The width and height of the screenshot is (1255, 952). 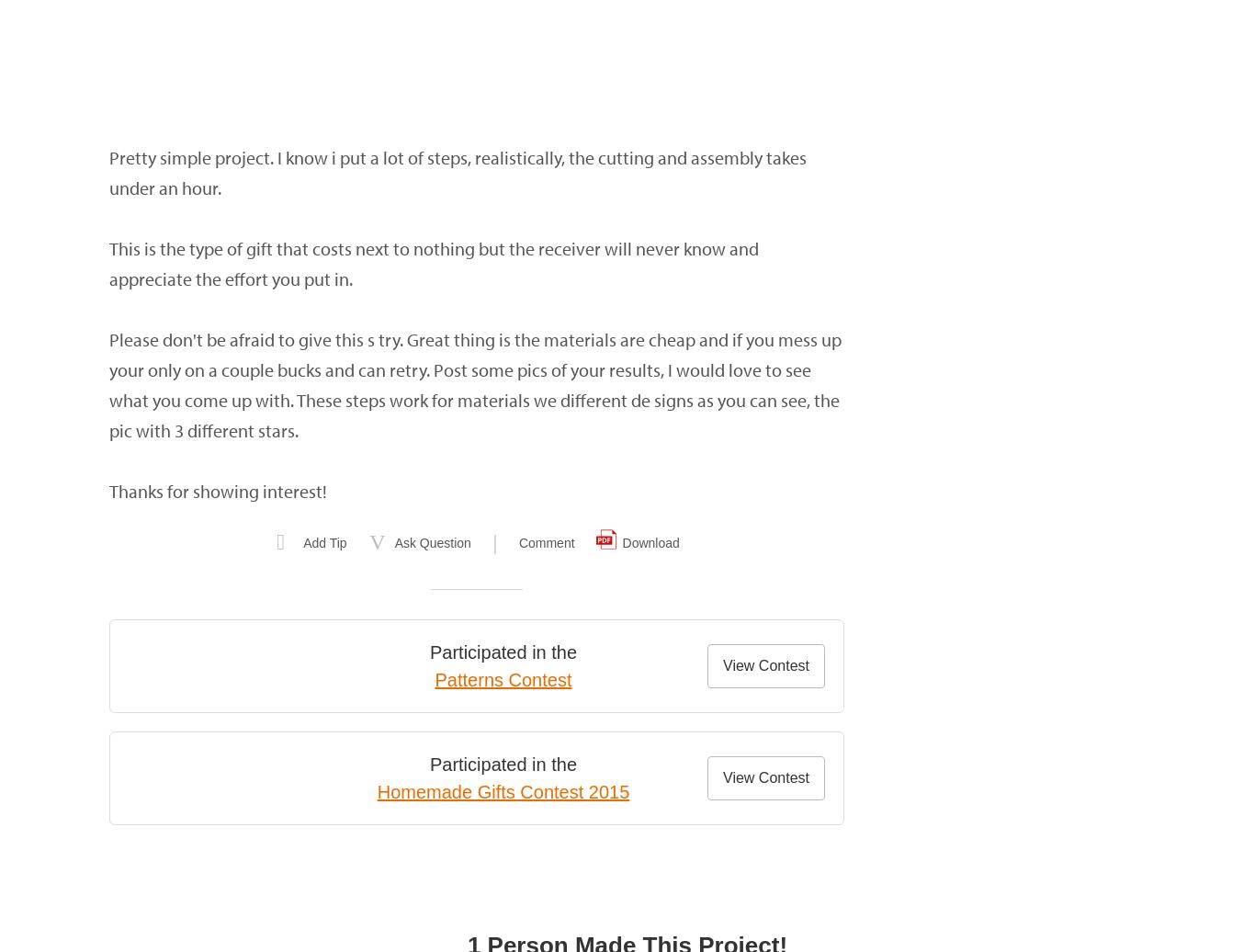 What do you see at coordinates (323, 543) in the screenshot?
I see `'Add Tip'` at bounding box center [323, 543].